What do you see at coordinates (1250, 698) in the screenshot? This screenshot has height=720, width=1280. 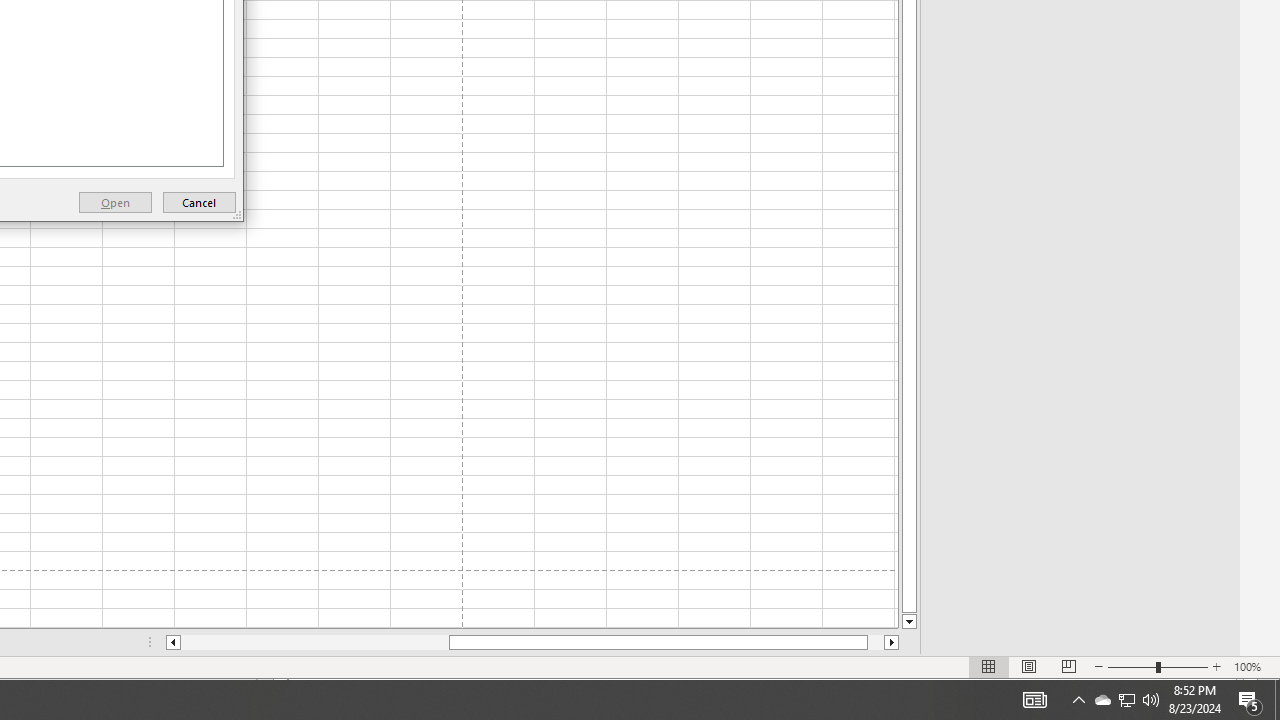 I see `'Action Center, 5 new notifications'` at bounding box center [1250, 698].